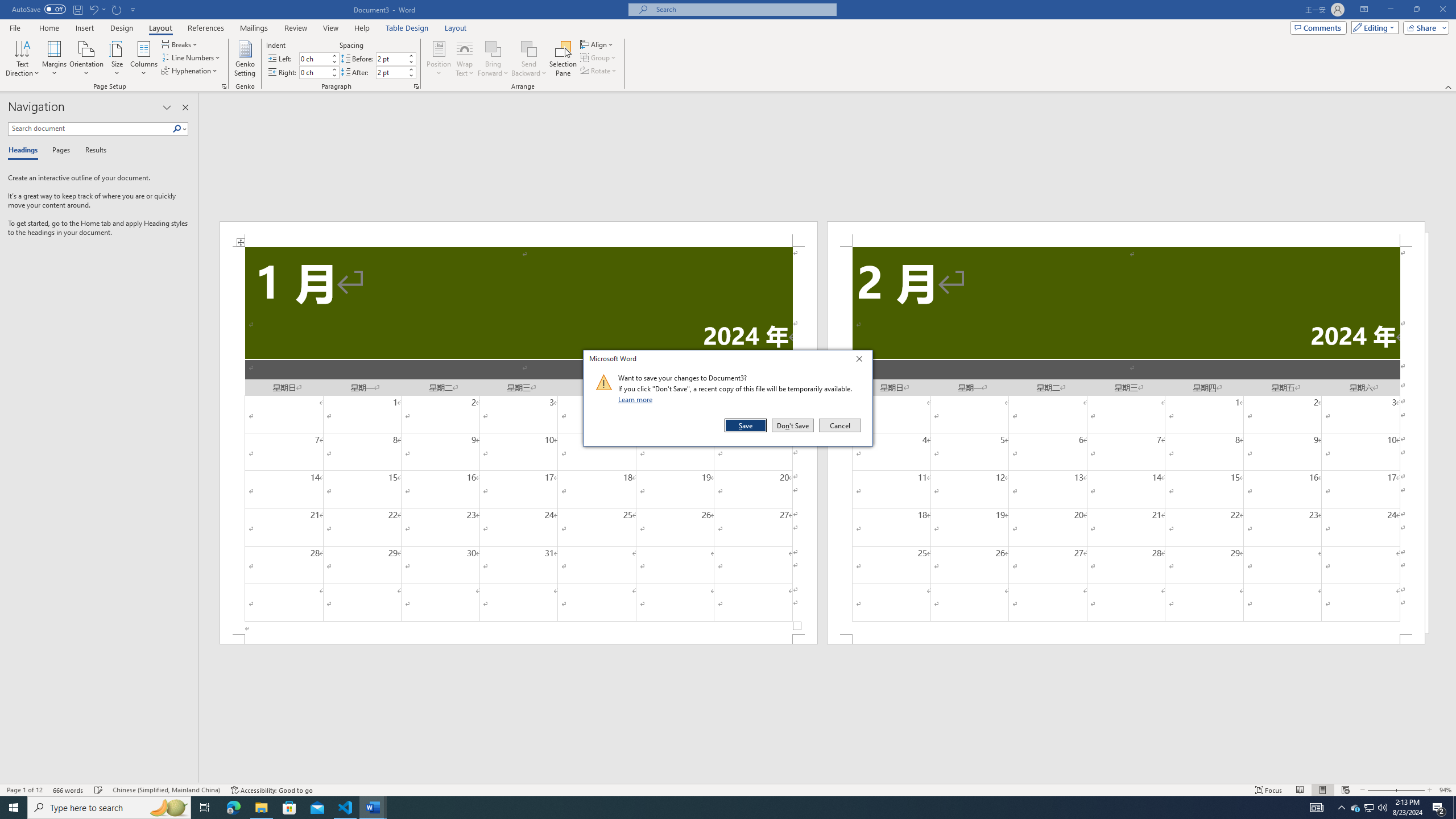 The height and width of the screenshot is (819, 1456). Describe the element at coordinates (603, 382) in the screenshot. I see `'Class: NetUIImage'` at that location.